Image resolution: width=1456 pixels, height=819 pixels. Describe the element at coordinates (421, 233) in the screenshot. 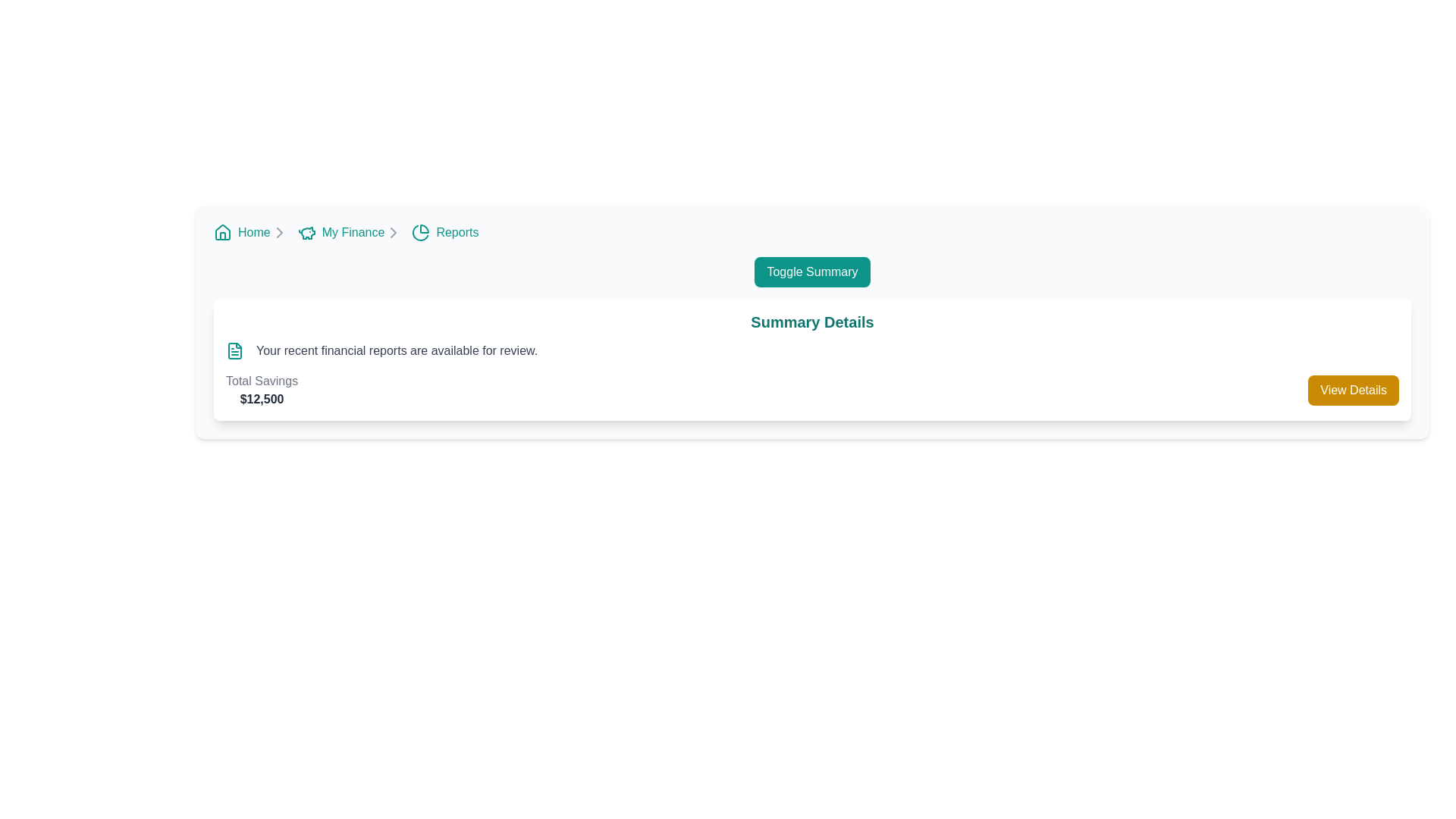

I see `the teal pie chart icon located in the navigation breadcrumb section, positioned to the left of the 'Reports' text link` at that location.